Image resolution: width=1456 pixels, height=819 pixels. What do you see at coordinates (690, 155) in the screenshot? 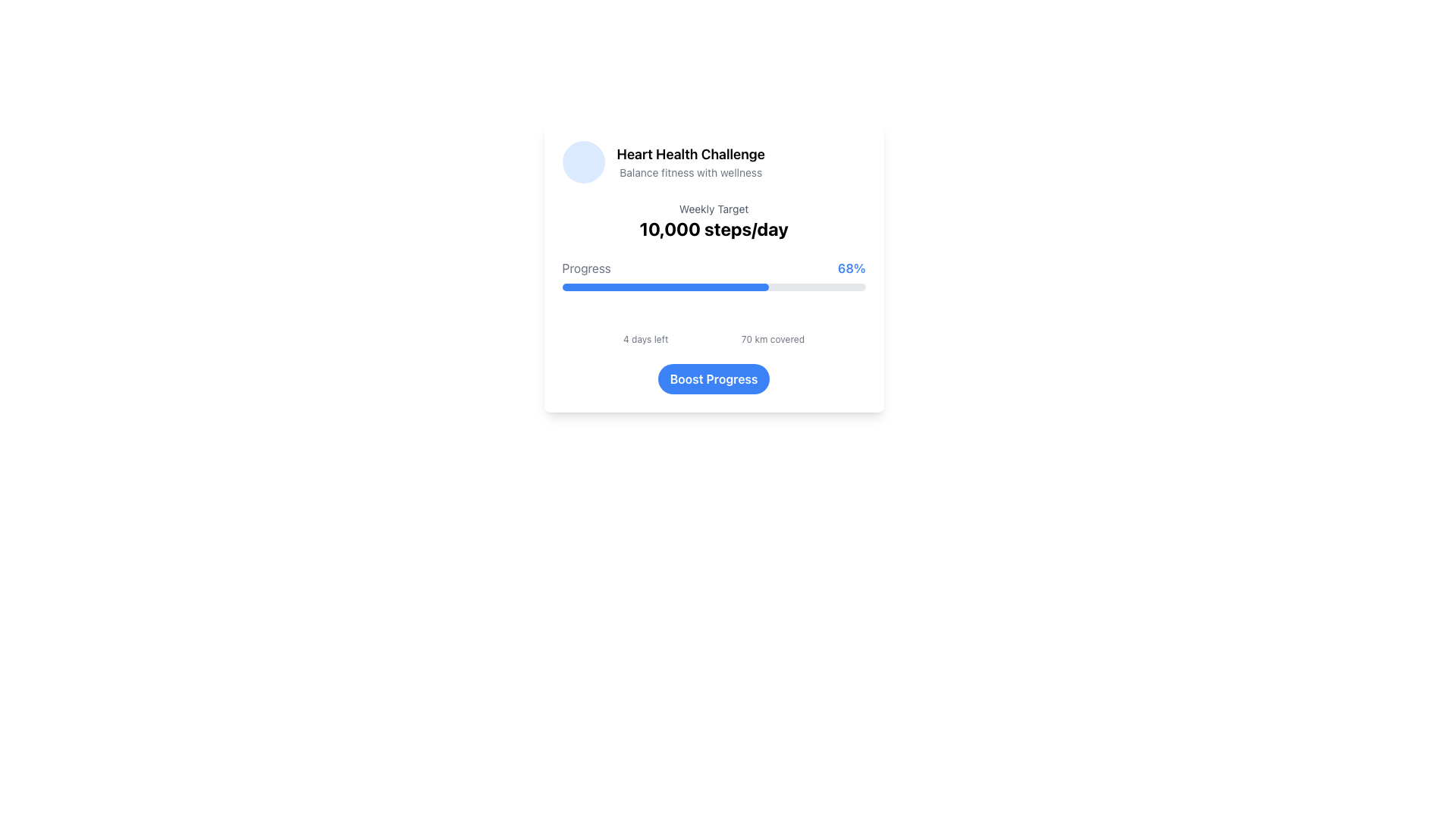
I see `text label displaying 'Heart Health Challenge', which is prominently styled and positioned at the top-left section of a card-like layout` at bounding box center [690, 155].